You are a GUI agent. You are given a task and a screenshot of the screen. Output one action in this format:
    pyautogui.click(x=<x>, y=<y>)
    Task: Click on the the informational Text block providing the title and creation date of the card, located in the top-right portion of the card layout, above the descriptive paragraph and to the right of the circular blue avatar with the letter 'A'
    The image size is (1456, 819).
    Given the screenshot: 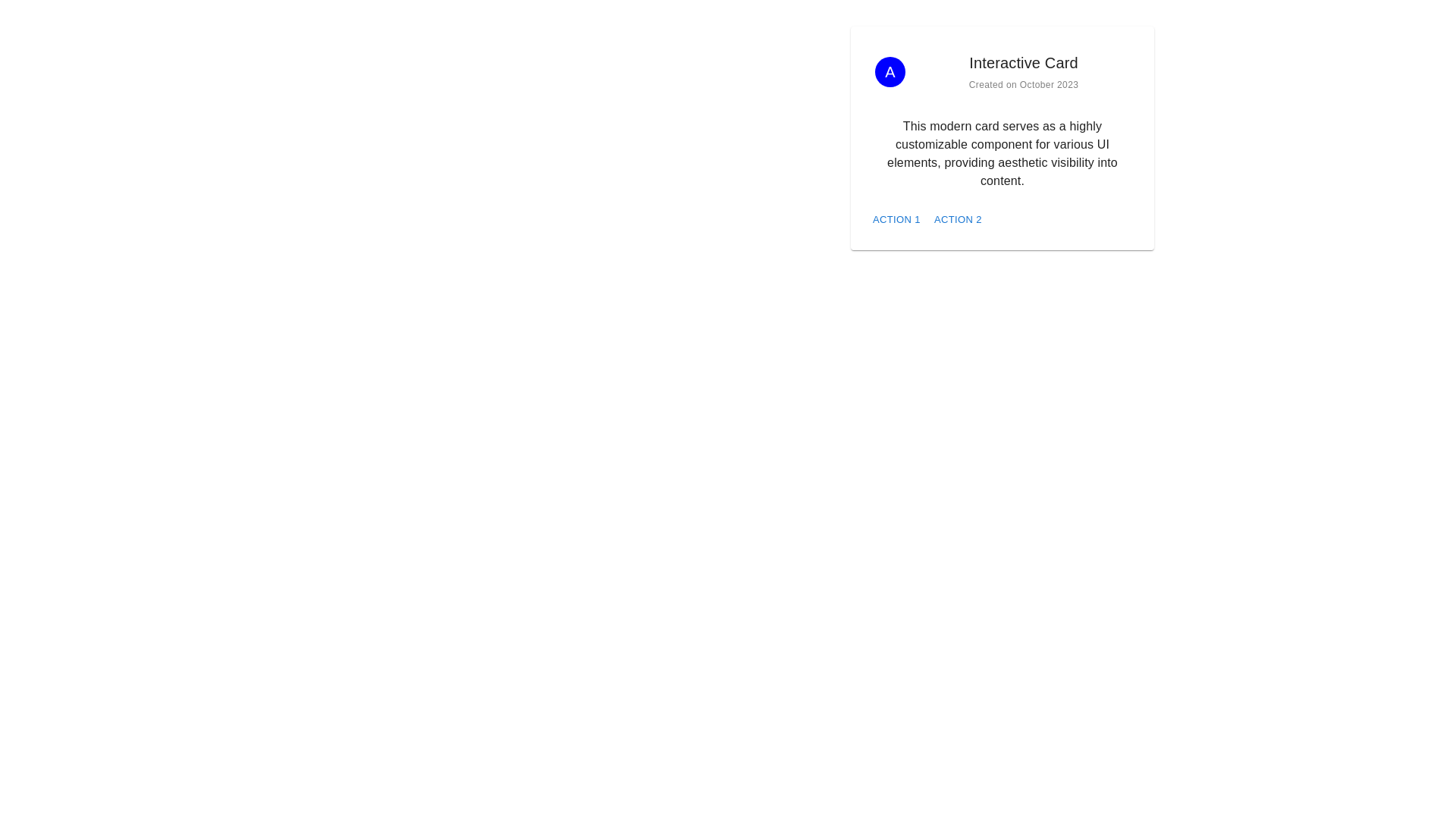 What is the action you would take?
    pyautogui.click(x=1023, y=72)
    